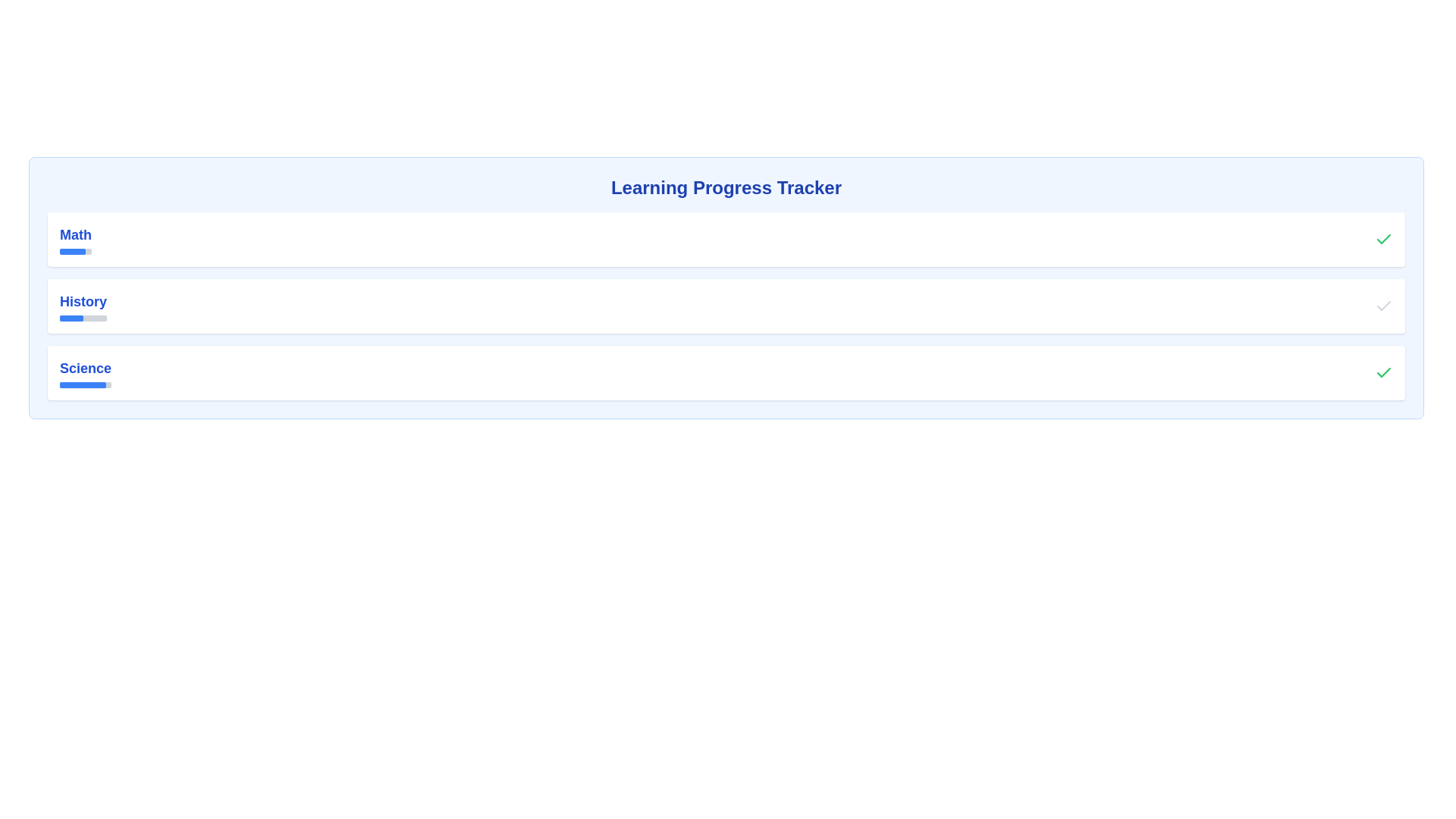  What do you see at coordinates (71, 318) in the screenshot?
I see `the completion status represented by the progress bar for the subject labeled 'History', located in the second row of items` at bounding box center [71, 318].